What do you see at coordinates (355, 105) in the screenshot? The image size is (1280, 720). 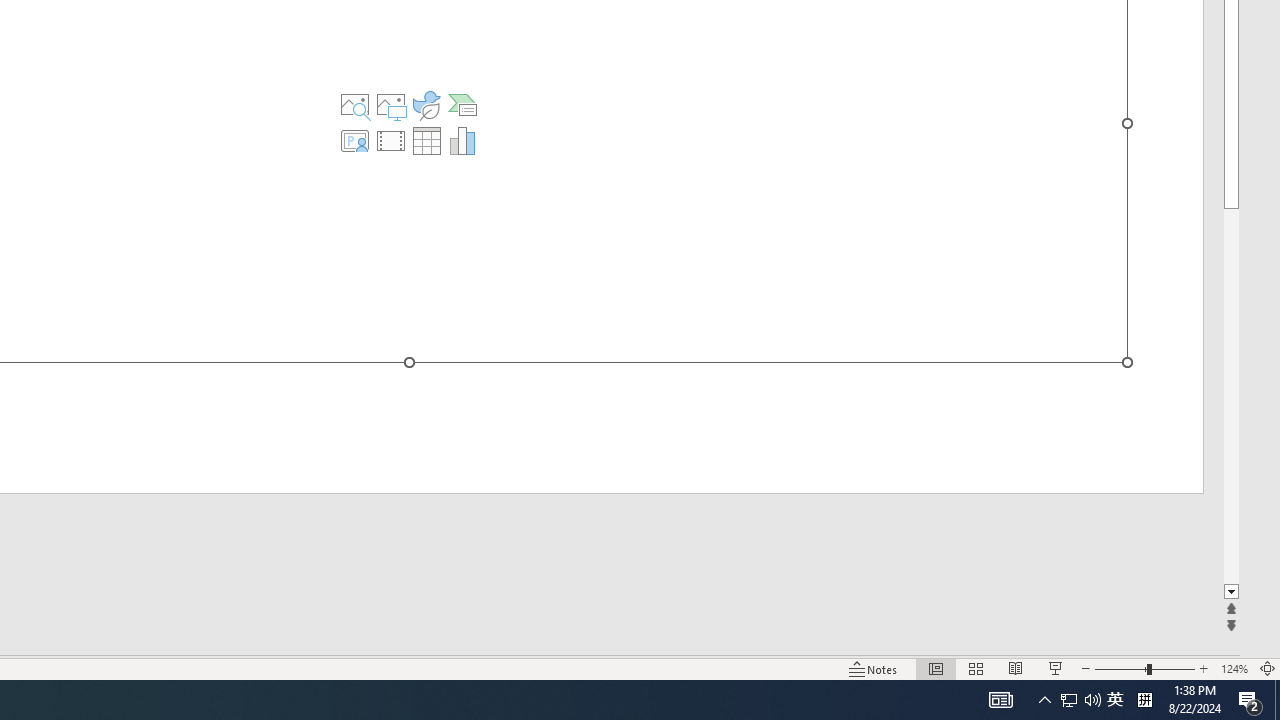 I see `'Stock Images'` at bounding box center [355, 105].